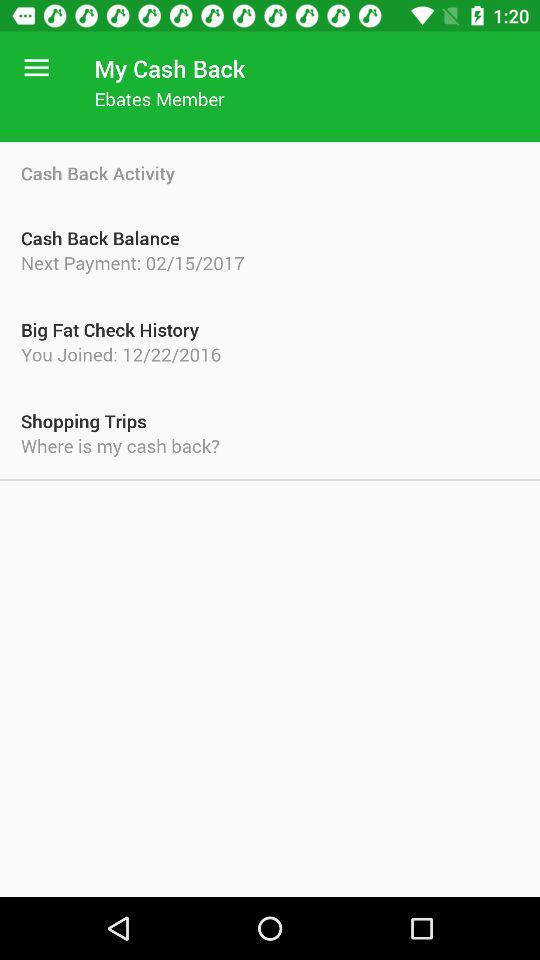  I want to click on item next to the my cash back, so click(36, 68).